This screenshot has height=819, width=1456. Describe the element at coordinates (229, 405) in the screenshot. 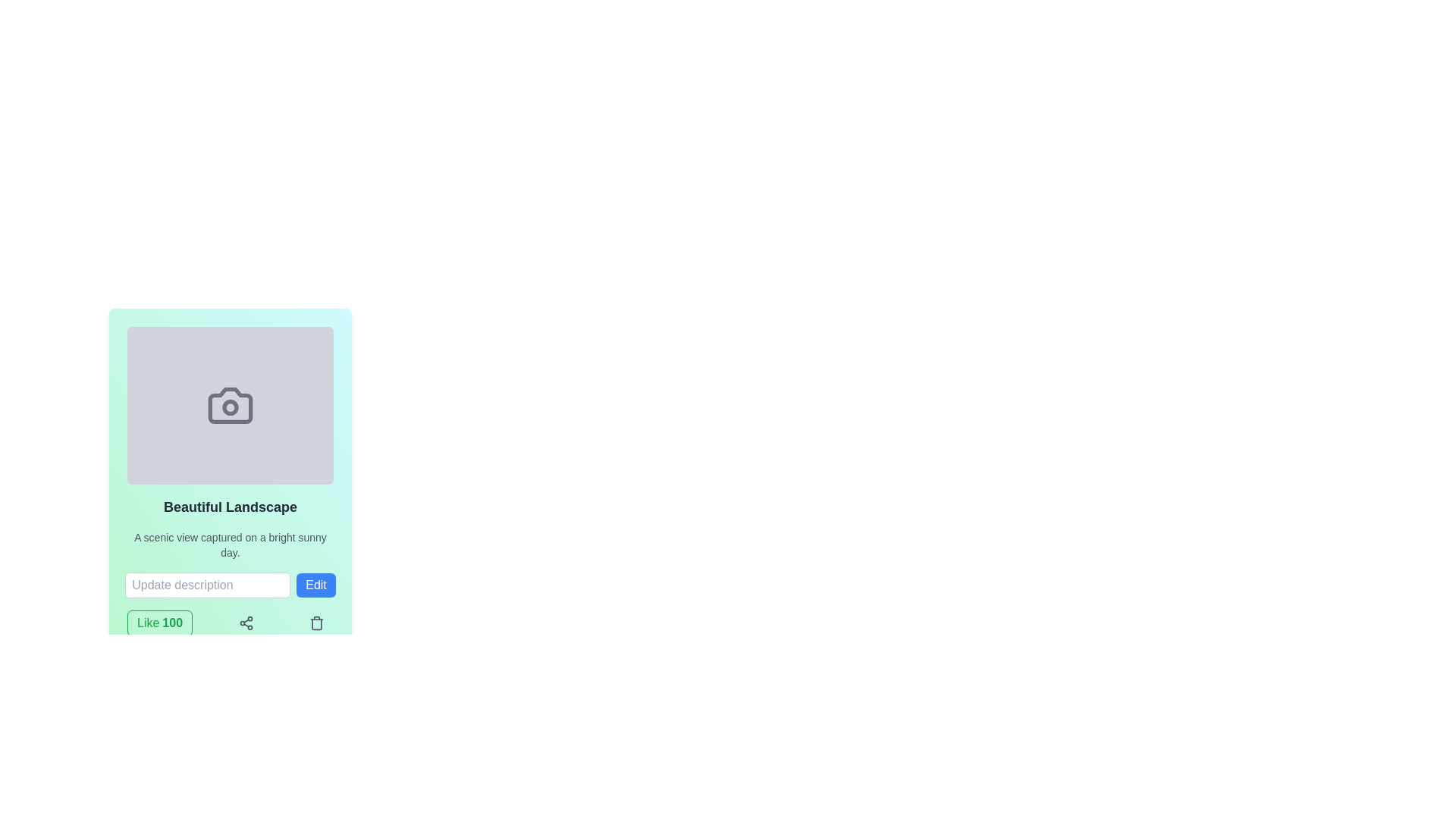

I see `the camera icon represented by a minimalistic gray design, located at the center of a card-like layout with a light green background` at that location.